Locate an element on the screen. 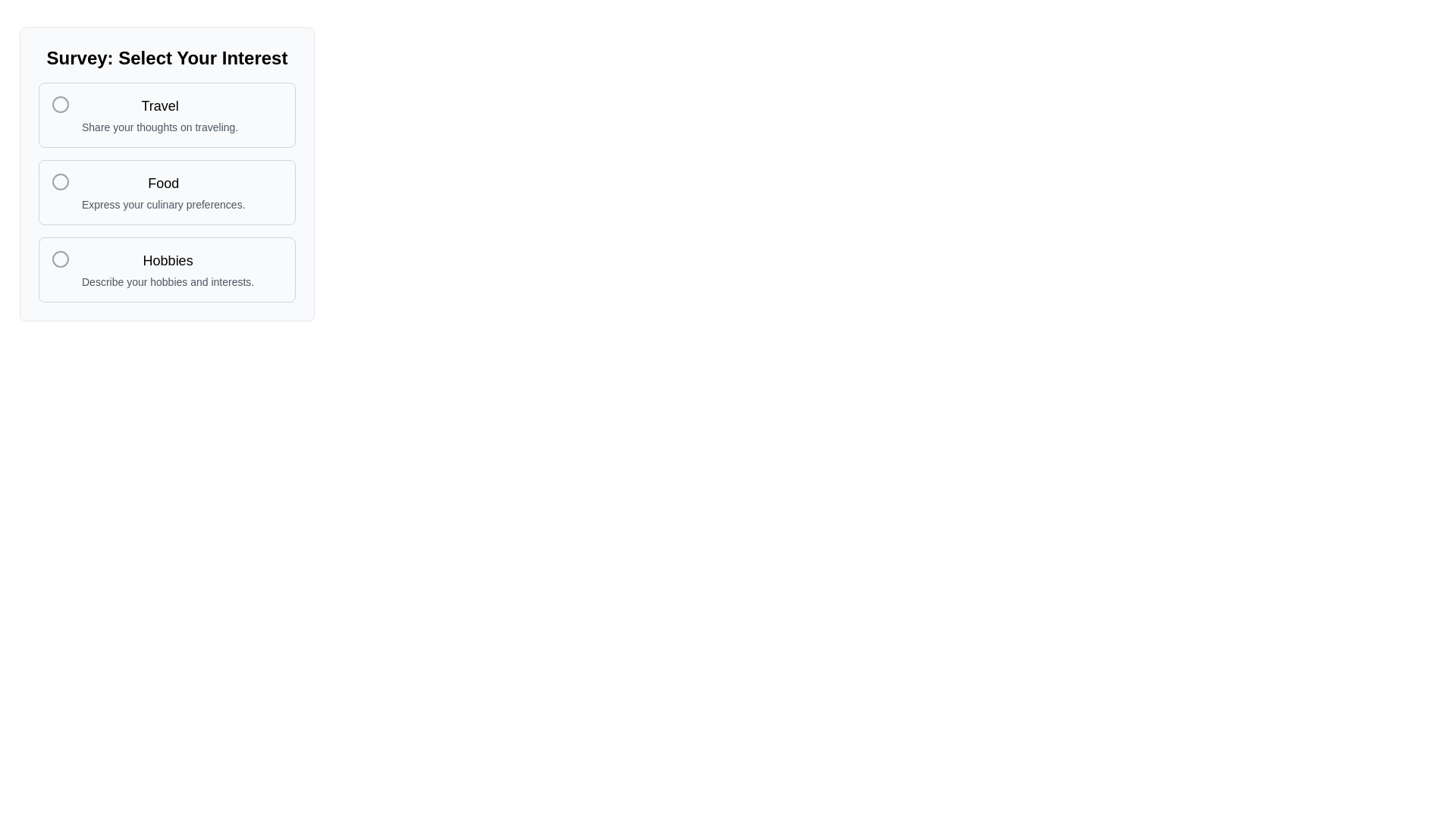 This screenshot has height=819, width=1456. header text labeled 'Food' which is formatted in bold and larger font, positioned above the descriptive text in a vertical list is located at coordinates (163, 183).